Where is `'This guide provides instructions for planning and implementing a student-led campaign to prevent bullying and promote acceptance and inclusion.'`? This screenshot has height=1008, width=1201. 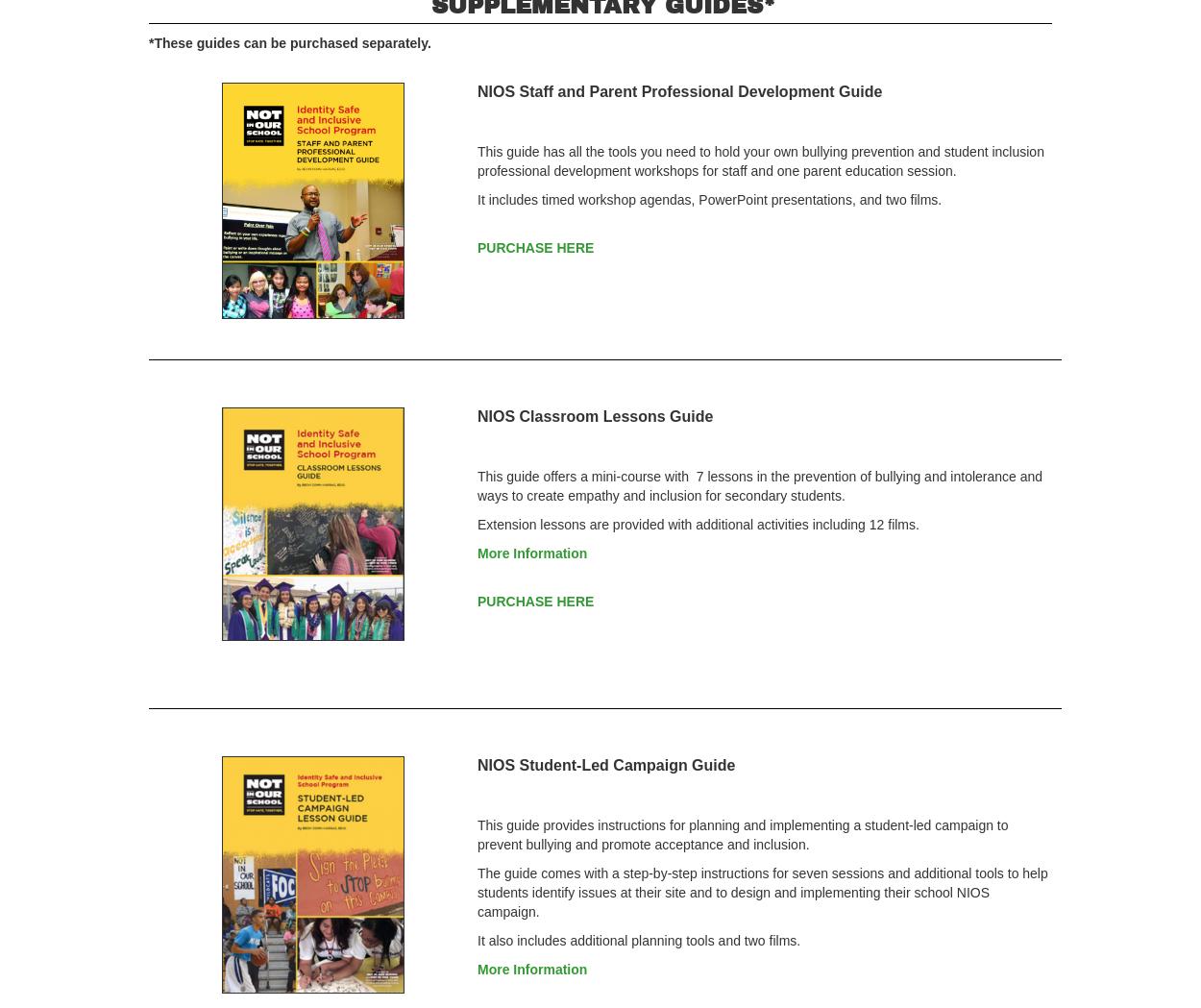 'This guide provides instructions for planning and implementing a student-led campaign to prevent bullying and promote acceptance and inclusion.' is located at coordinates (742, 834).